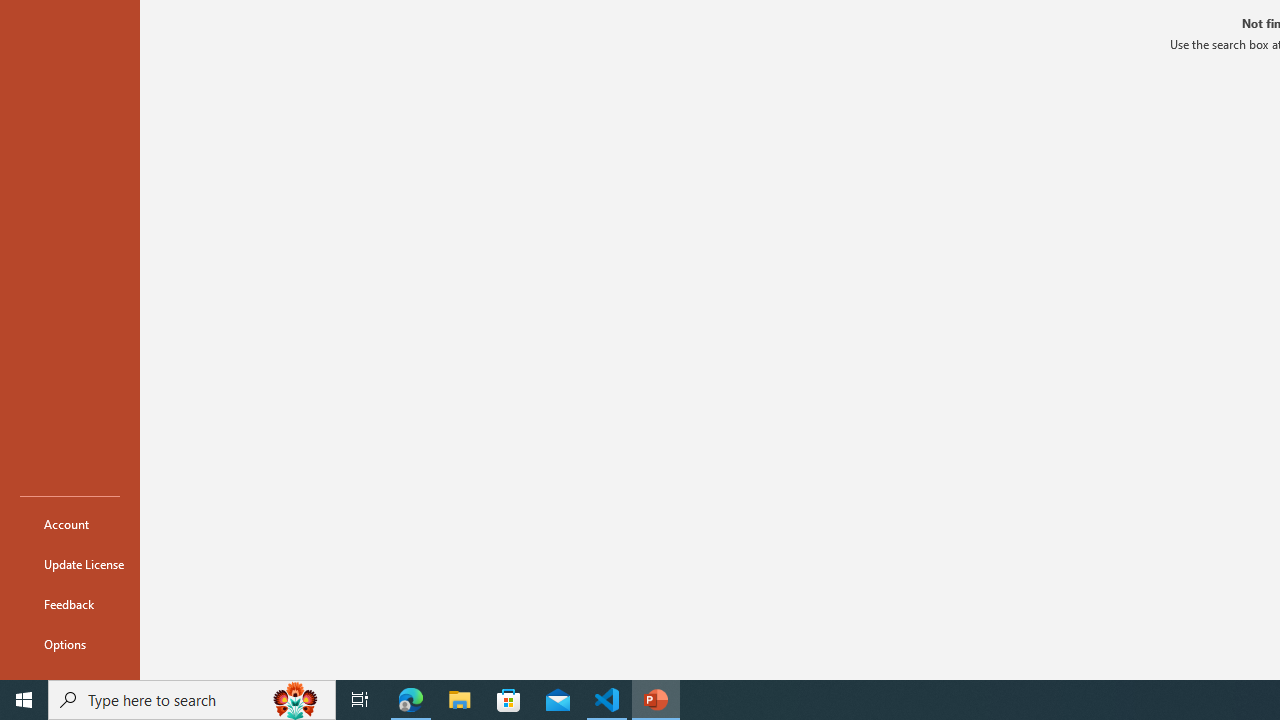 Image resolution: width=1280 pixels, height=720 pixels. I want to click on 'Account', so click(69, 523).